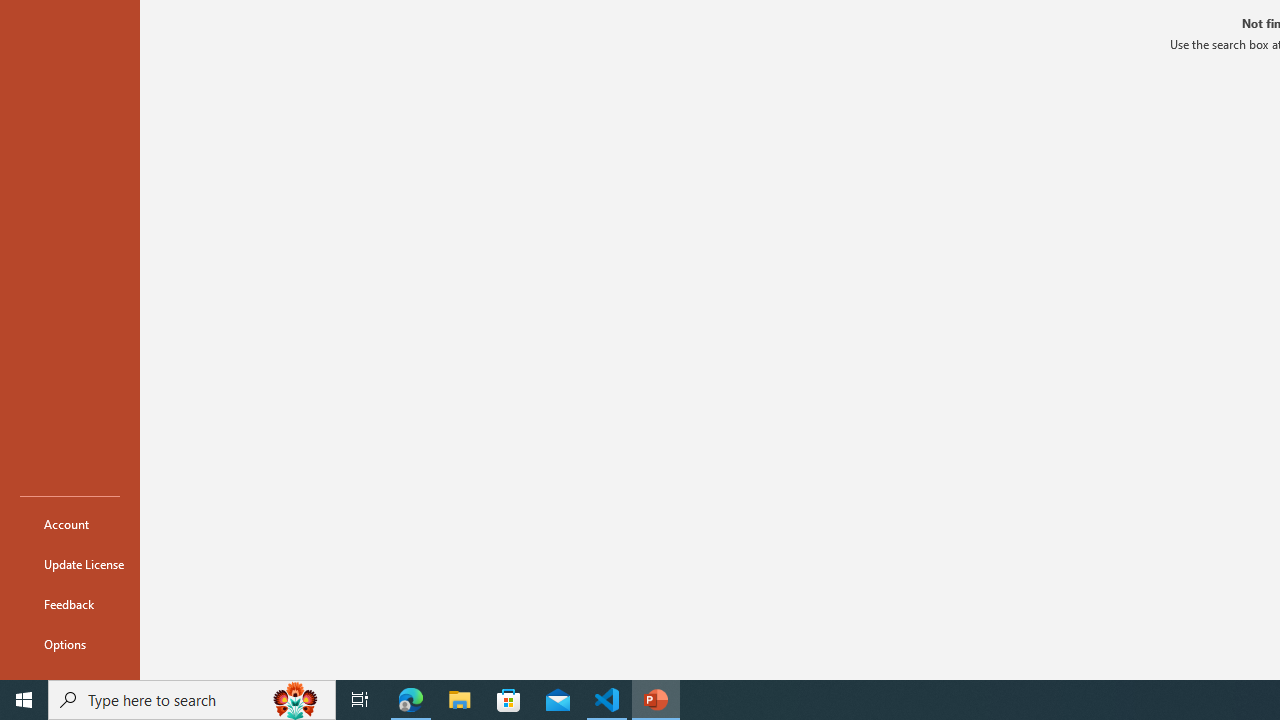 Image resolution: width=1280 pixels, height=720 pixels. I want to click on 'Account', so click(69, 523).